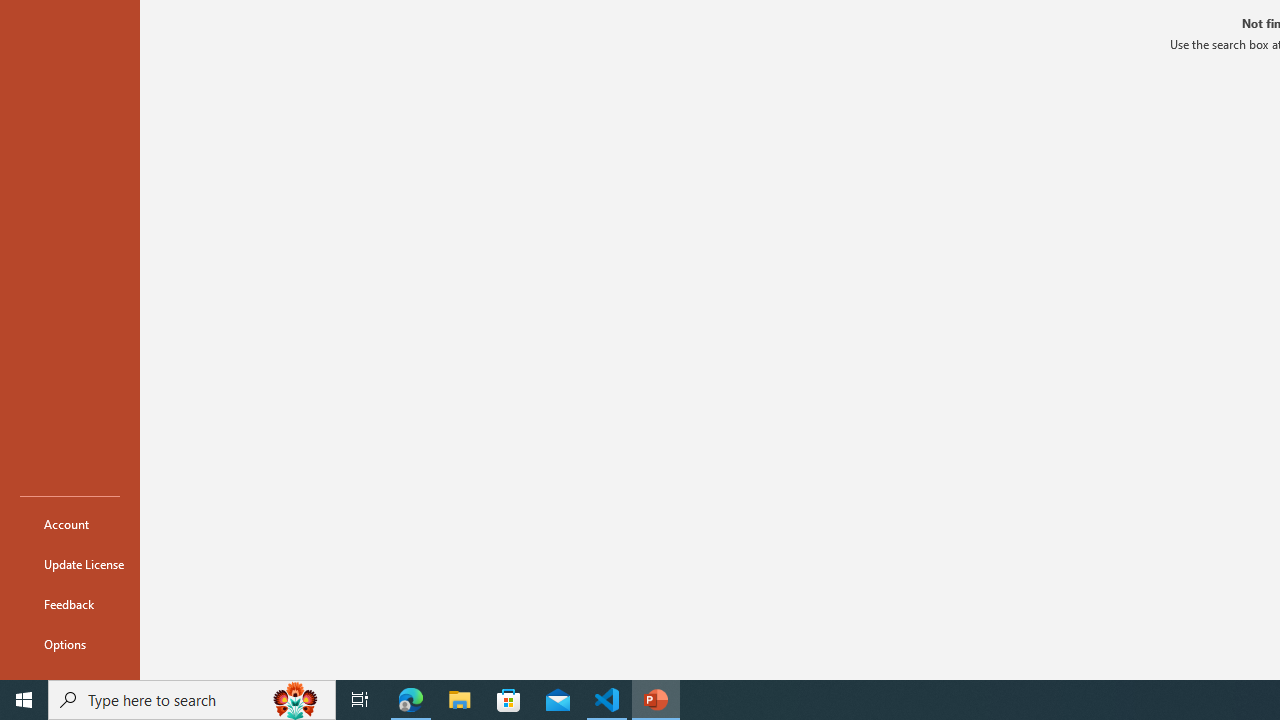 Image resolution: width=1280 pixels, height=720 pixels. I want to click on 'Account', so click(69, 523).